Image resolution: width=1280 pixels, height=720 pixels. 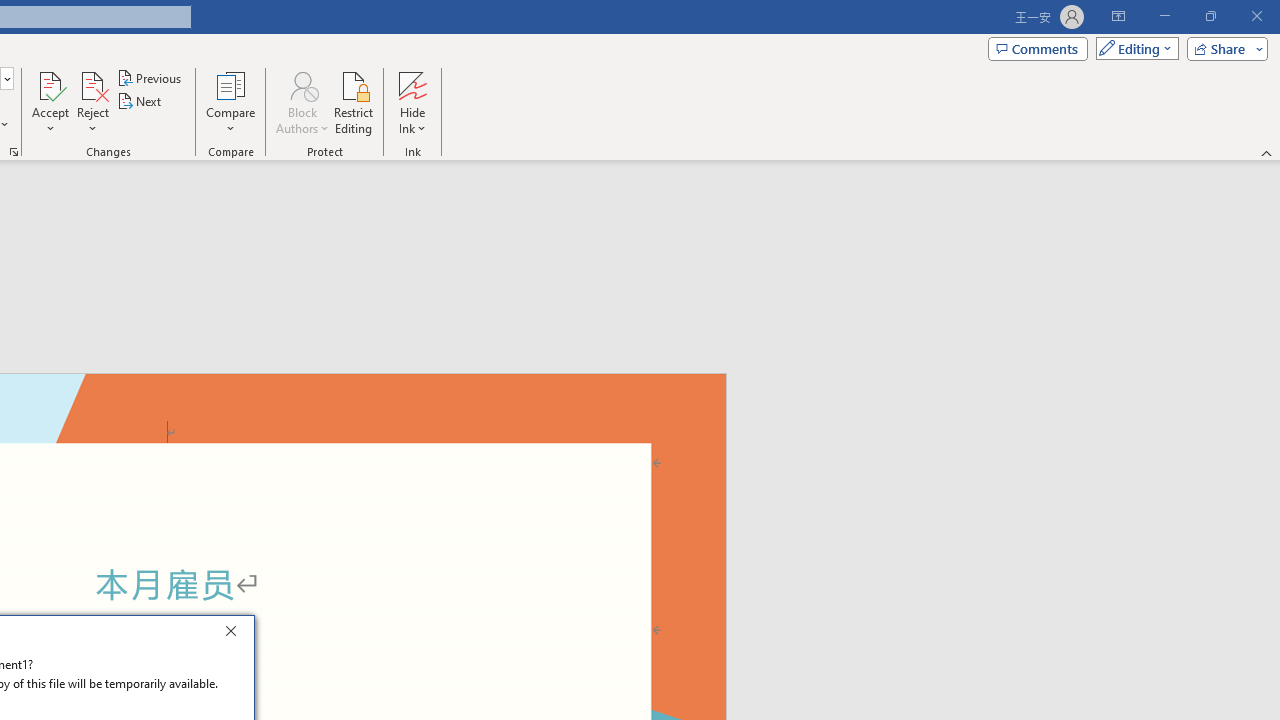 I want to click on 'Collapse the Ribbon', so click(x=1266, y=152).